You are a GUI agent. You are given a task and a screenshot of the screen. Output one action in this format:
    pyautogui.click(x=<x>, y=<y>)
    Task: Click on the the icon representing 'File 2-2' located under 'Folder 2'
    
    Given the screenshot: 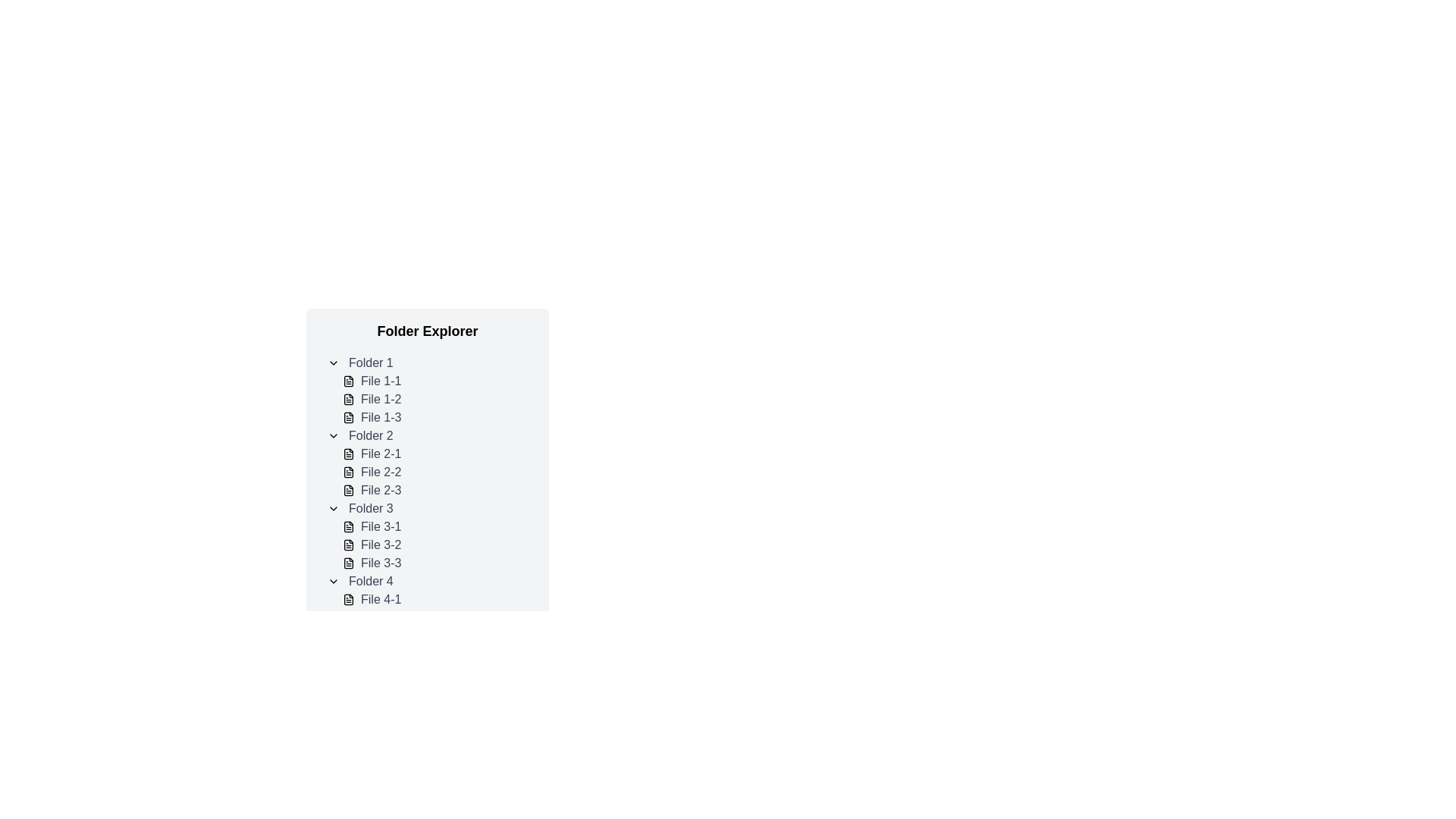 What is the action you would take?
    pyautogui.click(x=348, y=472)
    